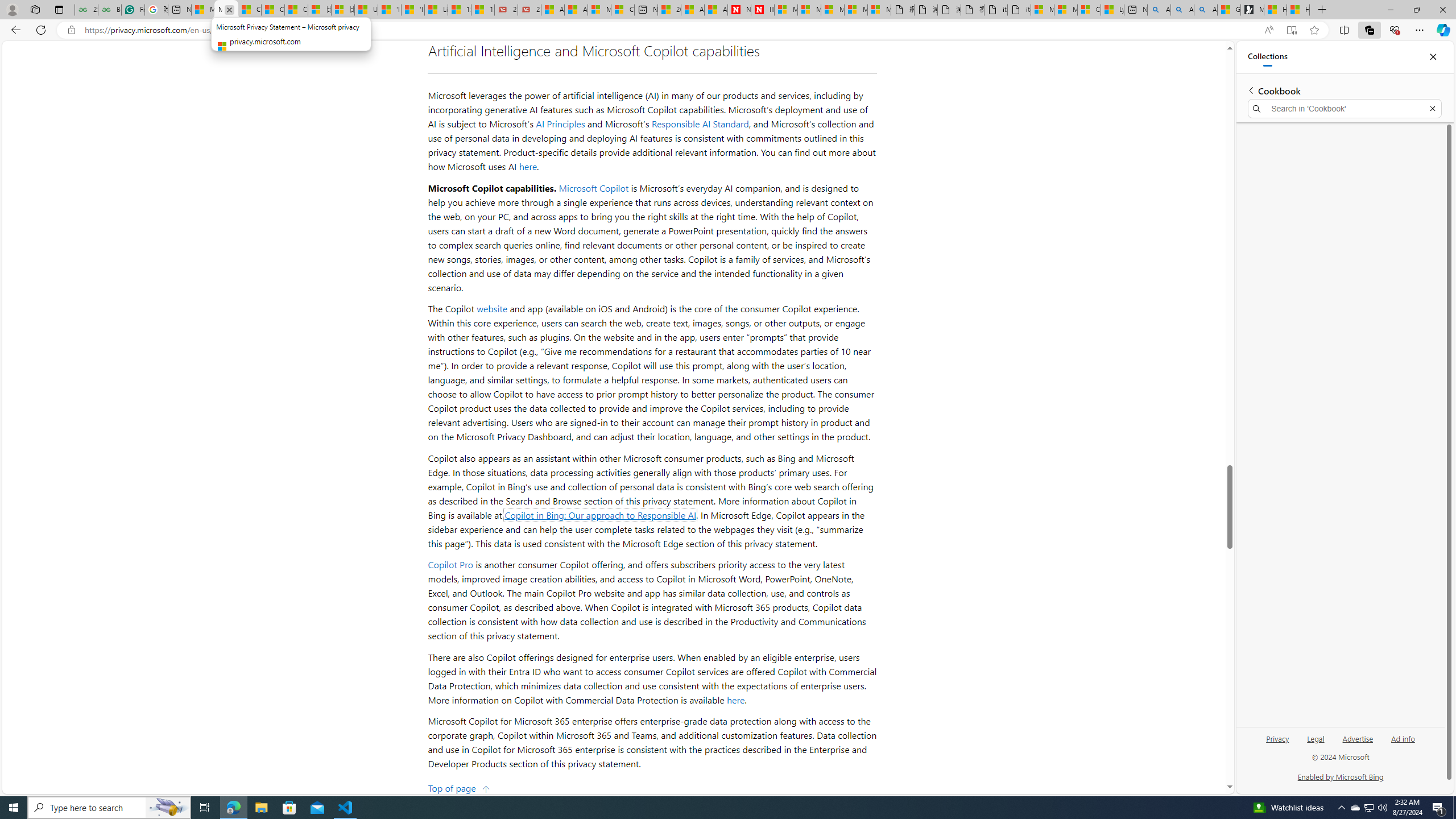 This screenshot has height=819, width=1456. What do you see at coordinates (668, 9) in the screenshot?
I see `'20 Ways to Boost Your Protein Intake at Every Meal'` at bounding box center [668, 9].